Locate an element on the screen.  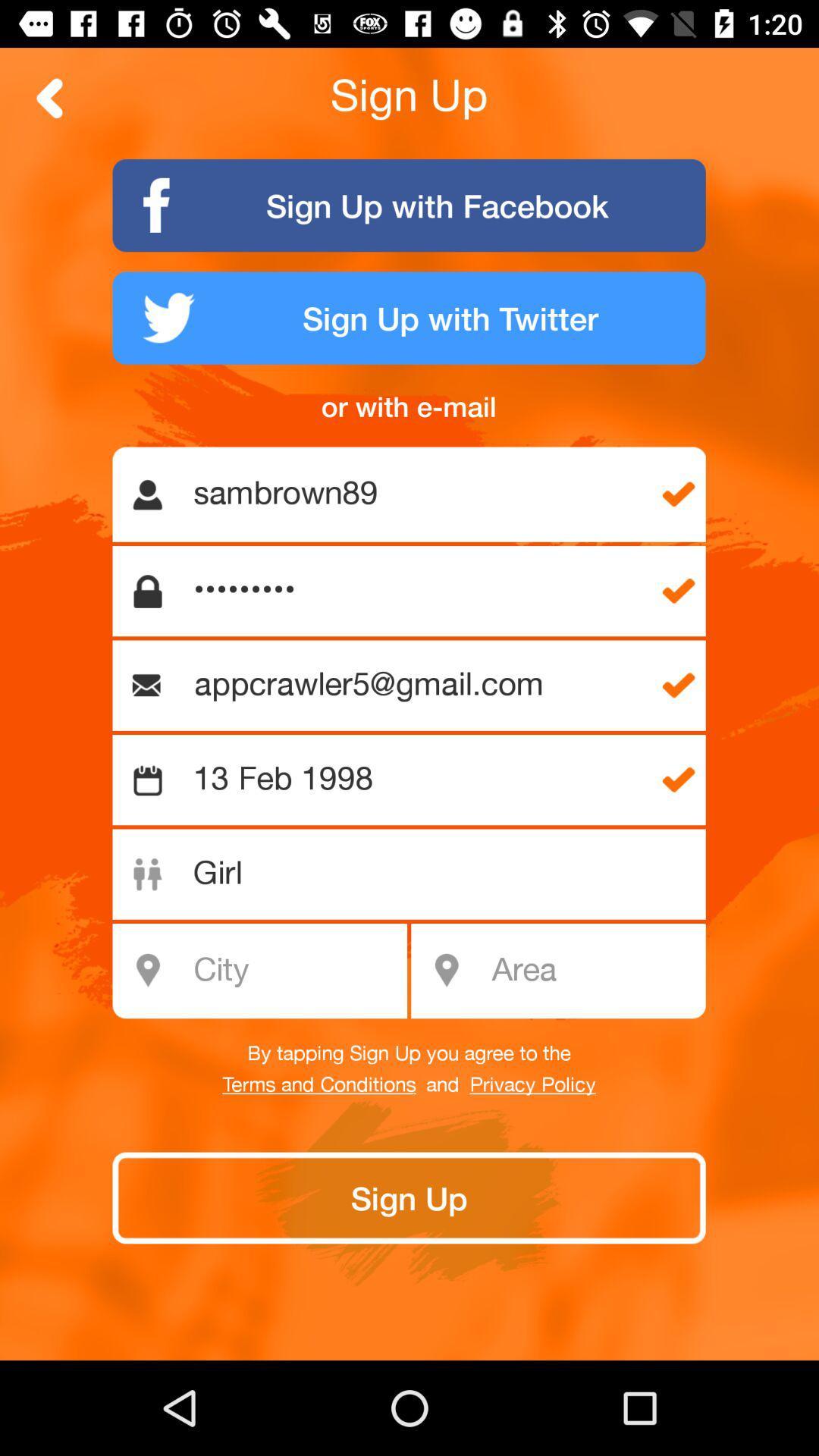
icon at the bottom right corner is located at coordinates (593, 971).